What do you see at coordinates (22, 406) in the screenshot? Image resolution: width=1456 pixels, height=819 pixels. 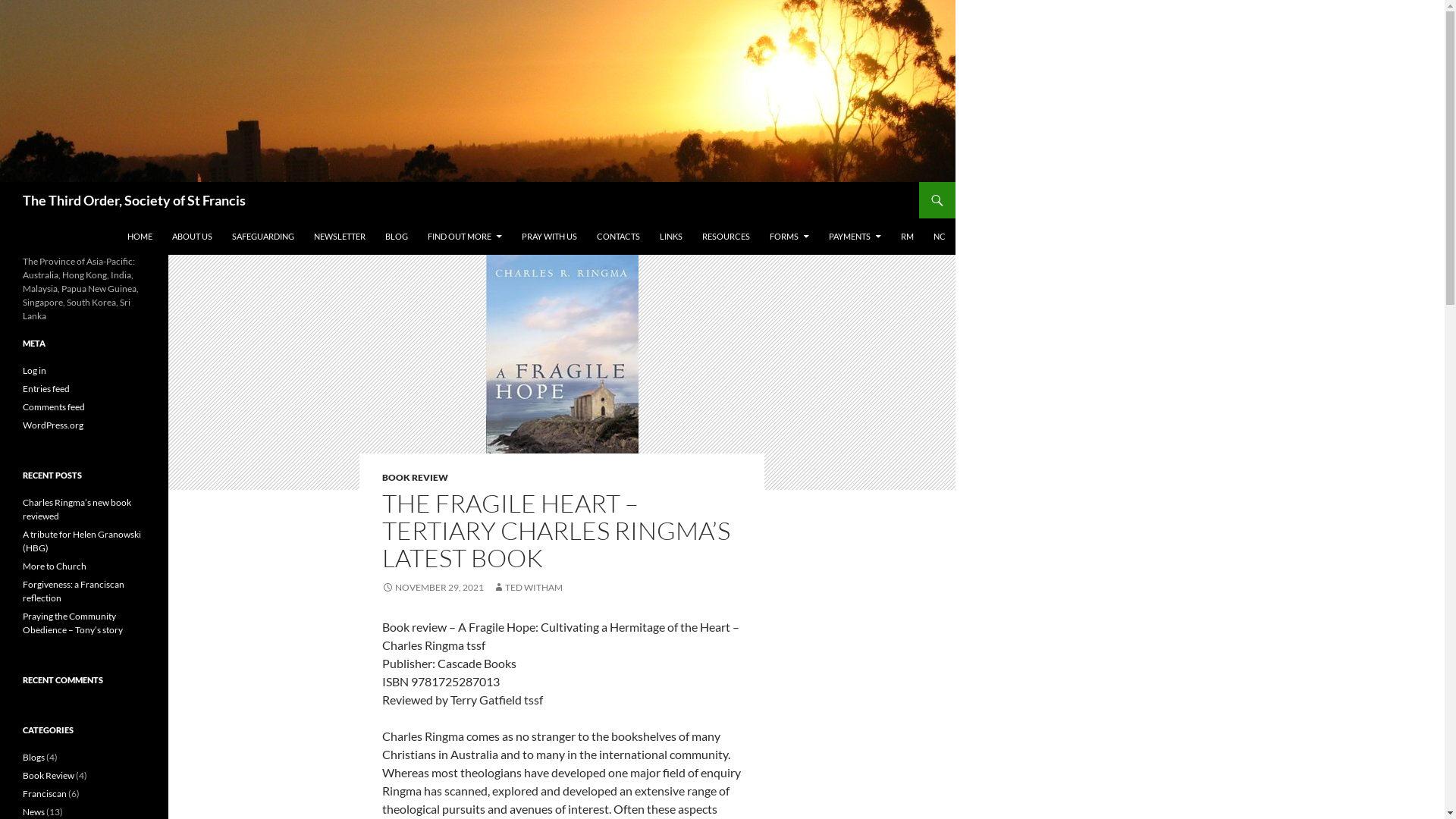 I see `'Comments feed'` at bounding box center [22, 406].